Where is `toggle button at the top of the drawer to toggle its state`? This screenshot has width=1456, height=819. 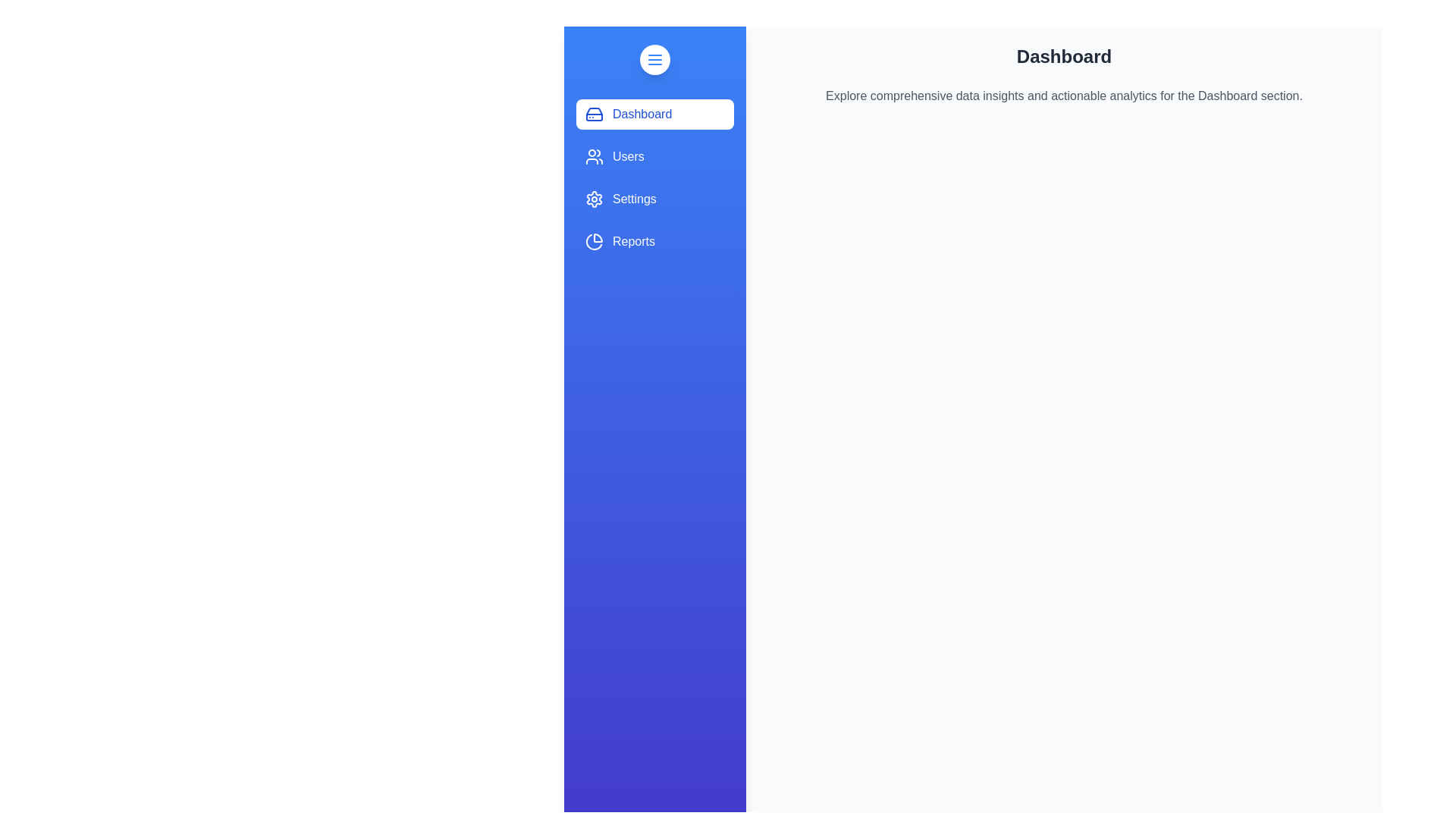
toggle button at the top of the drawer to toggle its state is located at coordinates (655, 58).